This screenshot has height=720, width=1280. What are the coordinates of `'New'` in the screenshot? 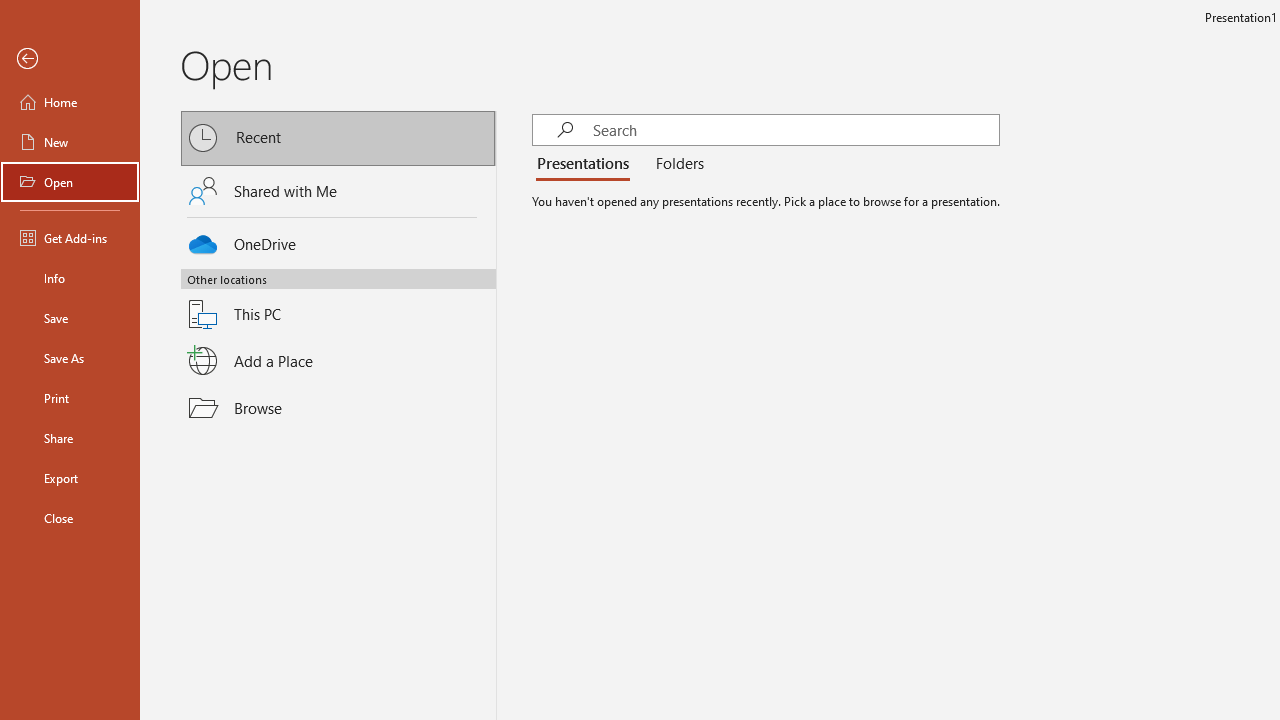 It's located at (69, 140).